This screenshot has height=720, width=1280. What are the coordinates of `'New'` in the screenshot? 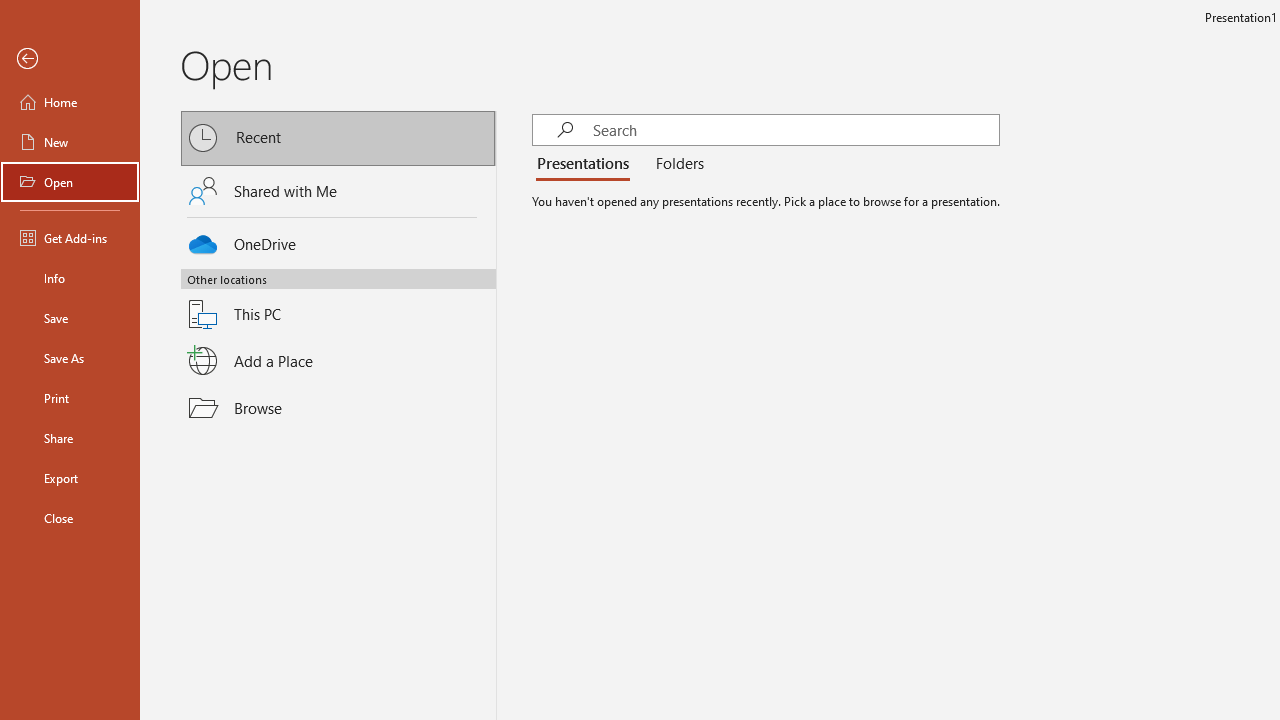 It's located at (69, 140).